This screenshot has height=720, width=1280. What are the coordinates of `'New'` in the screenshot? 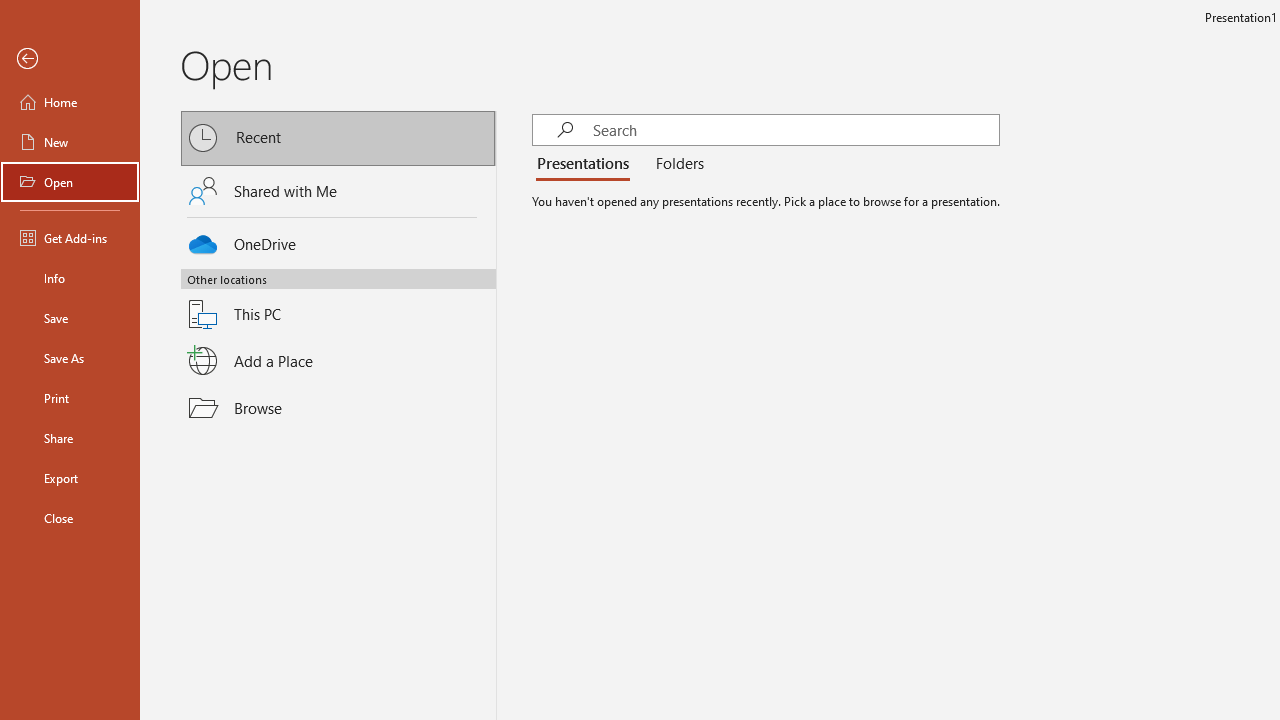 It's located at (69, 140).